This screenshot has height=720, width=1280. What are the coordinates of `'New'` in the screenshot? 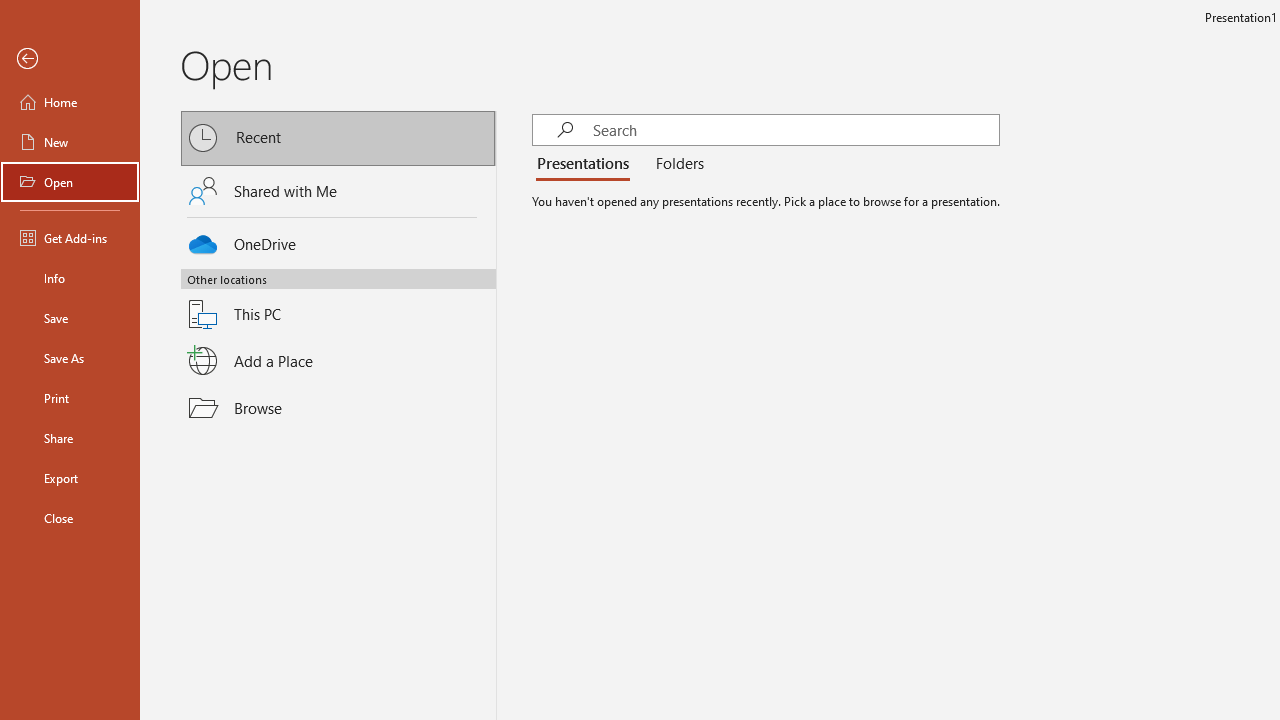 It's located at (69, 140).